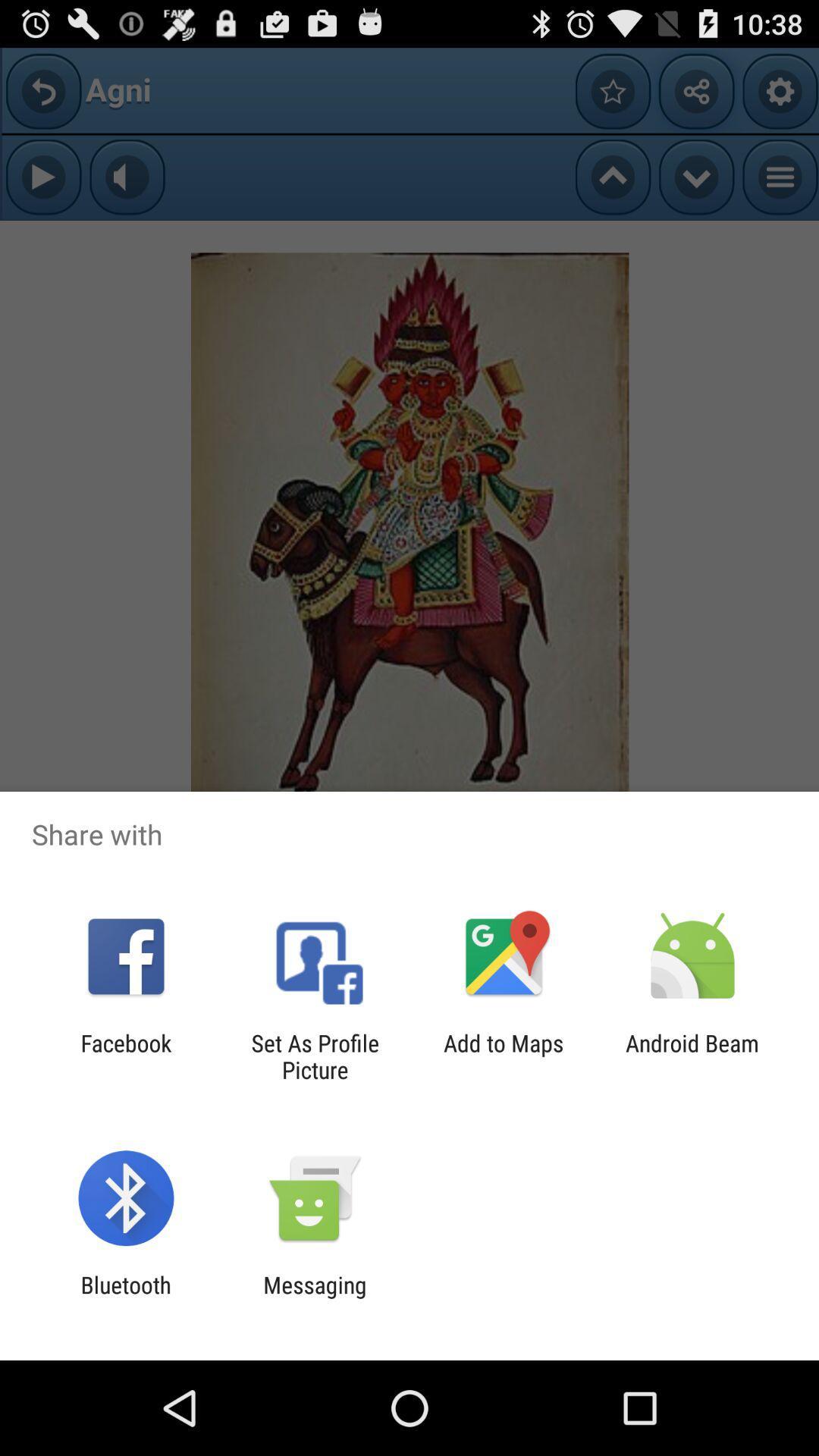 This screenshot has width=819, height=1456. What do you see at coordinates (504, 1056) in the screenshot?
I see `the app to the left of android beam` at bounding box center [504, 1056].